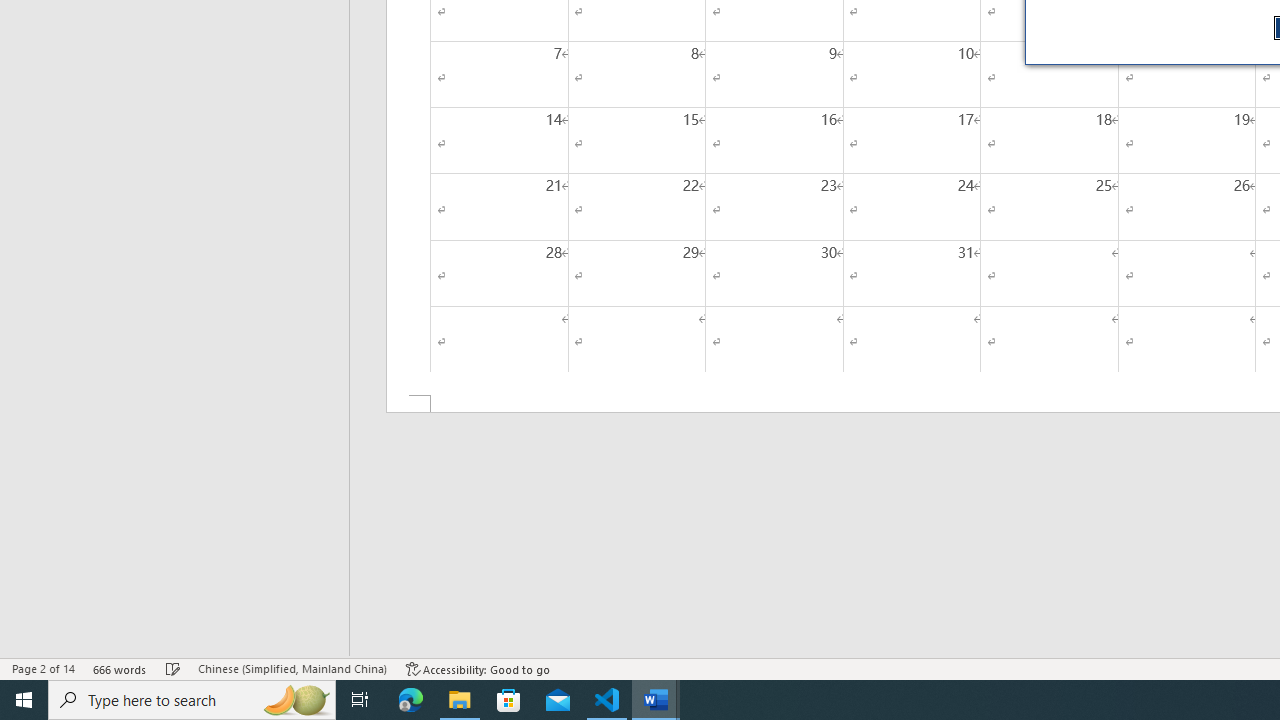  What do you see at coordinates (291, 669) in the screenshot?
I see `'Language Chinese (Simplified, Mainland China)'` at bounding box center [291, 669].